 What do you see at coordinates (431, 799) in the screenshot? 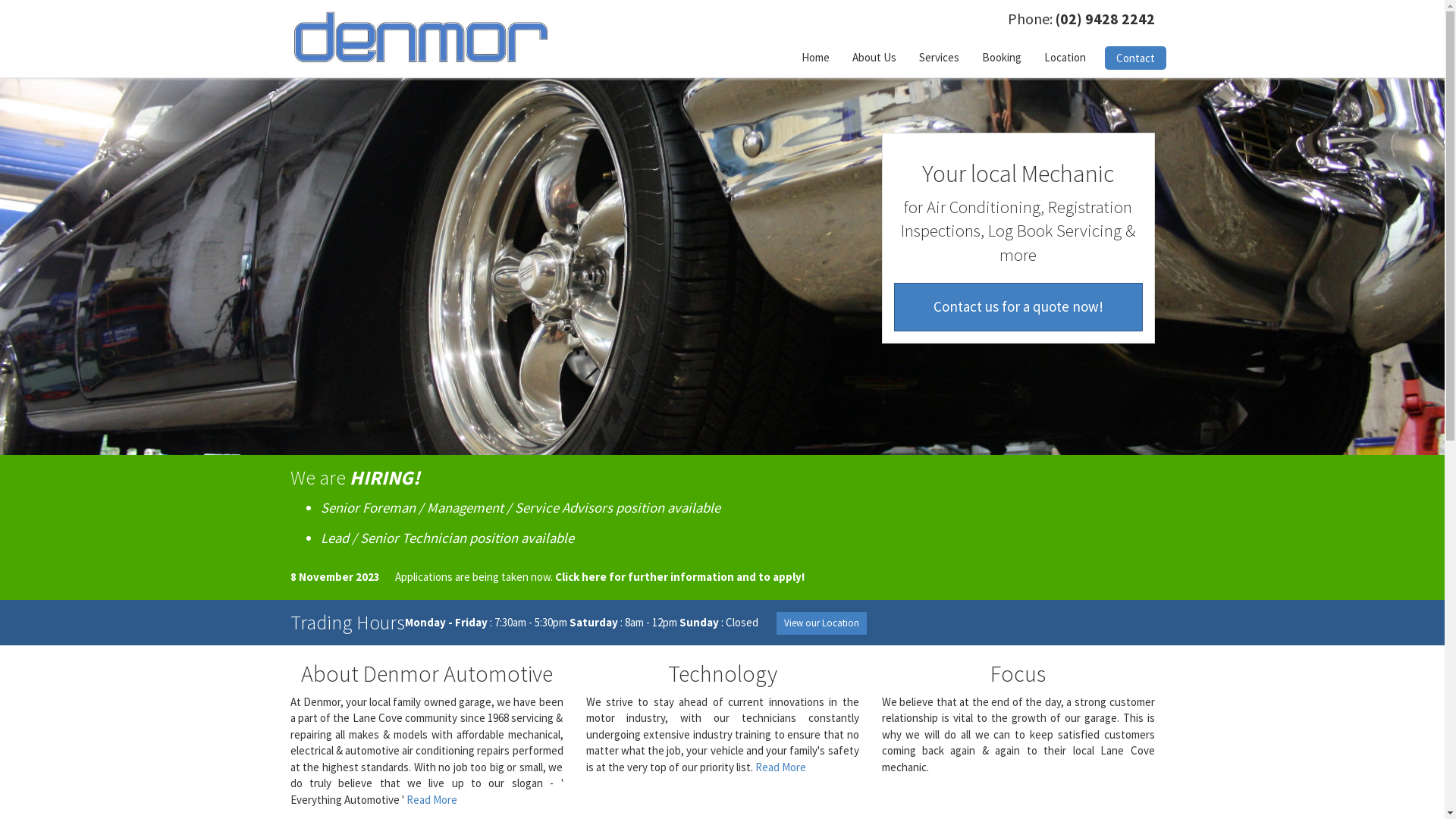
I see `'Read More'` at bounding box center [431, 799].